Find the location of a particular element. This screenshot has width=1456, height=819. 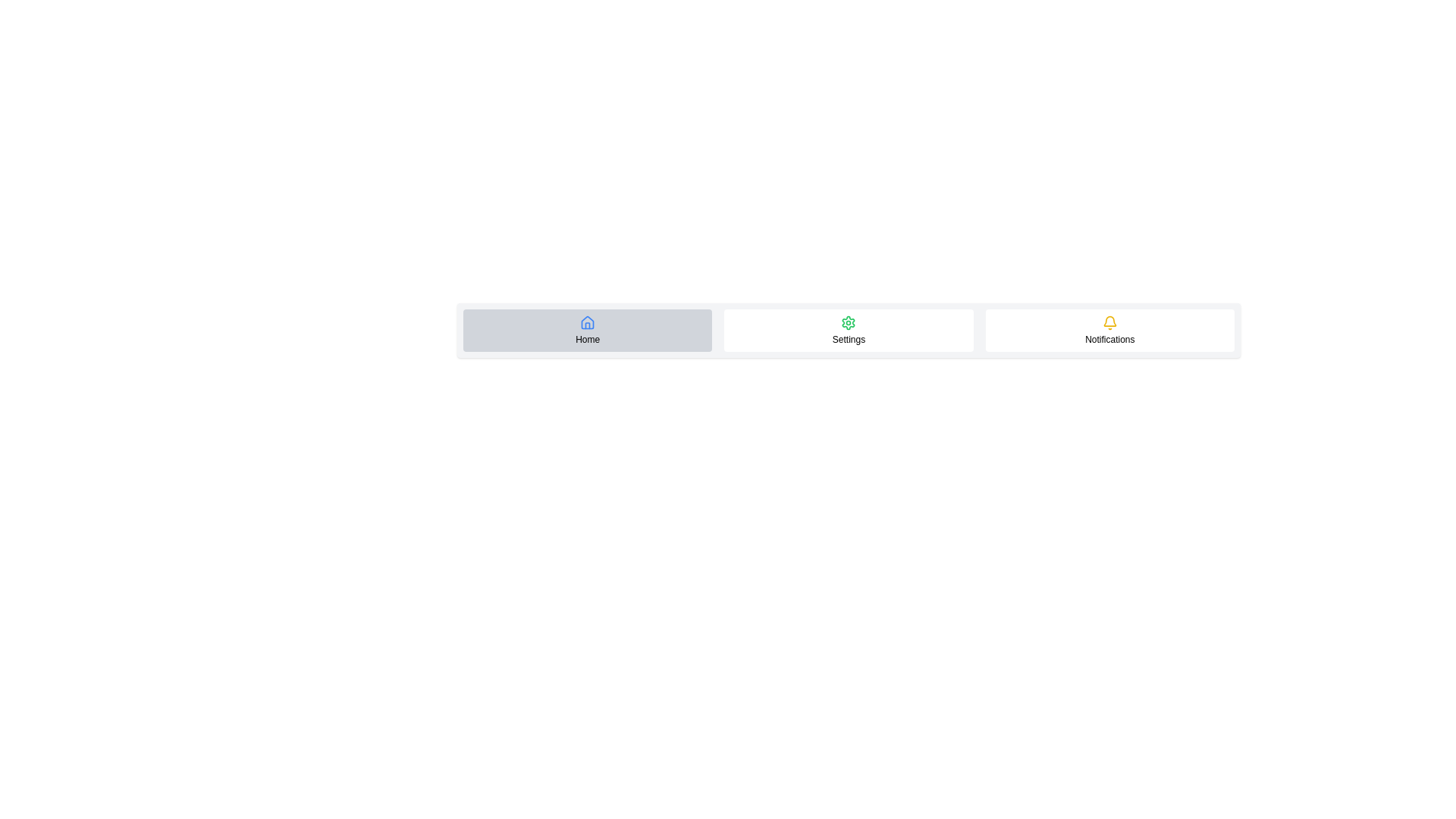

the yellow bell icon located above the 'Notifications' label in the horizontal menu bar is located at coordinates (1109, 322).